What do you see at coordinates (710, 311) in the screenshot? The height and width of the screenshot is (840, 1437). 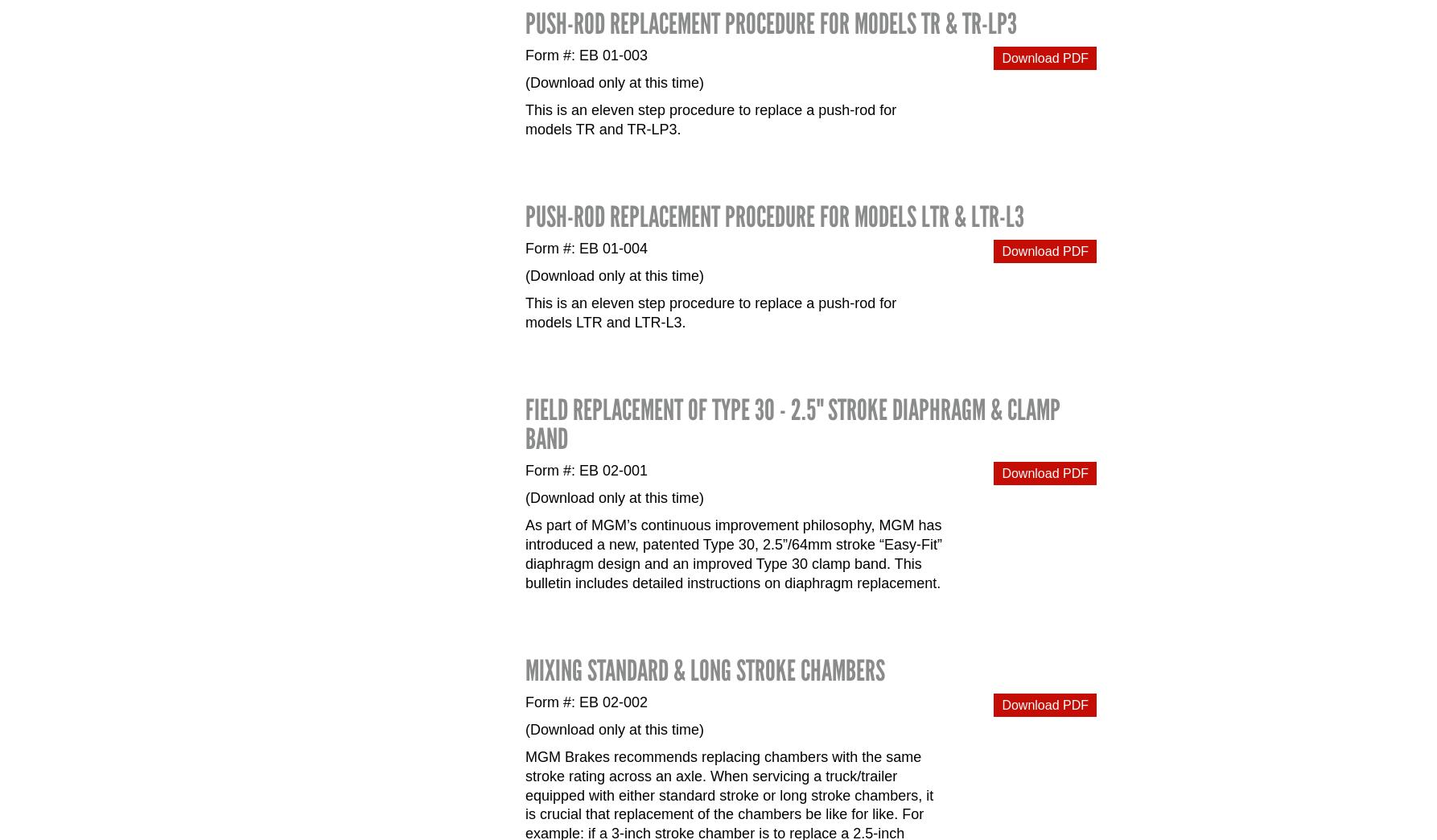 I see `'This is an eleven step procedure to replace a push-rod for models LTR and LTR-L3.'` at bounding box center [710, 311].